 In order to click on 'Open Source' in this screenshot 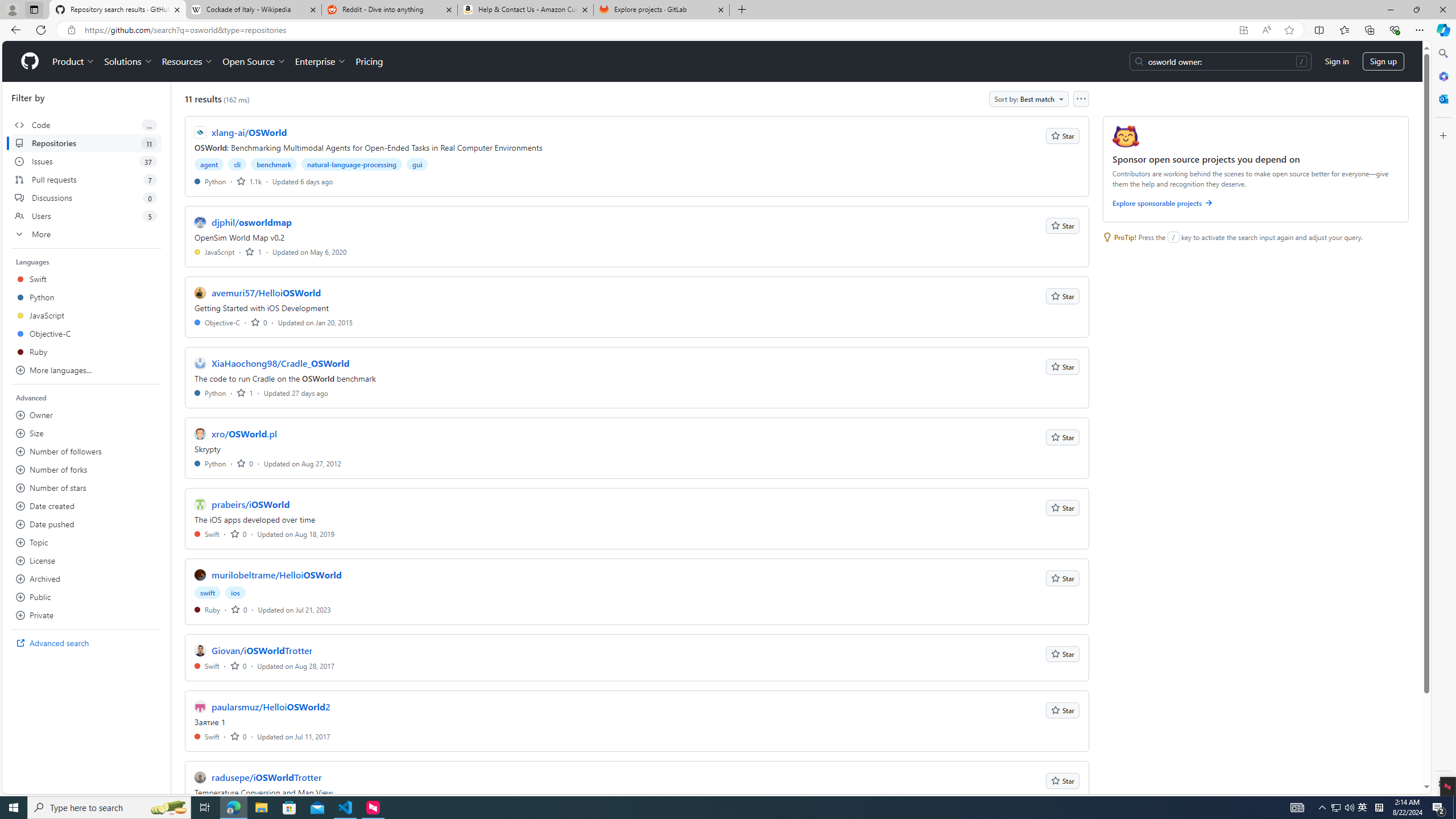, I will do `click(255, 61)`.